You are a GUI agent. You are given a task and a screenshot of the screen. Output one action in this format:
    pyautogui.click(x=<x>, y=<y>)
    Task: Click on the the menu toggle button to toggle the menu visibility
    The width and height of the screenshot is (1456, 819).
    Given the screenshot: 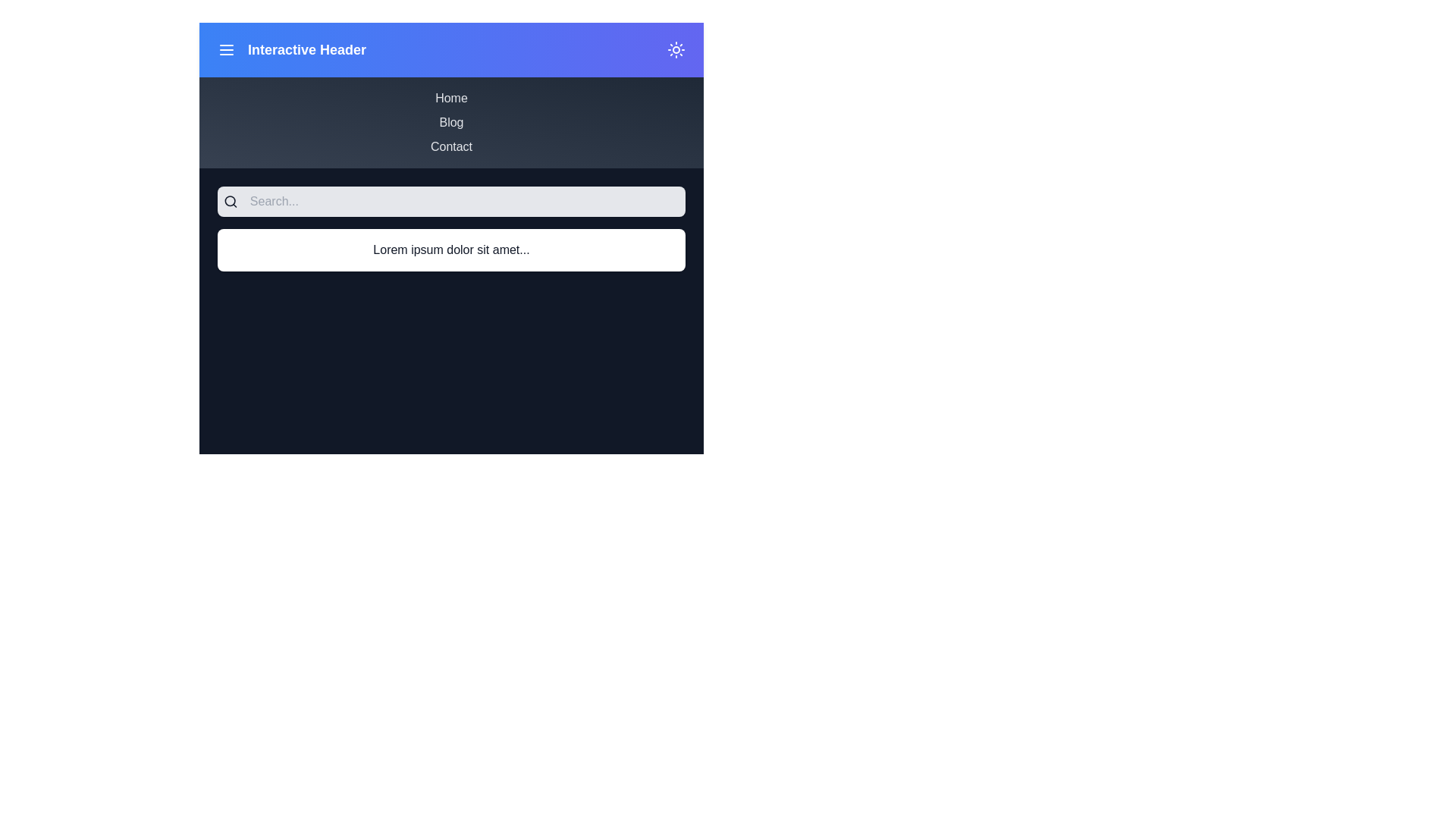 What is the action you would take?
    pyautogui.click(x=225, y=49)
    